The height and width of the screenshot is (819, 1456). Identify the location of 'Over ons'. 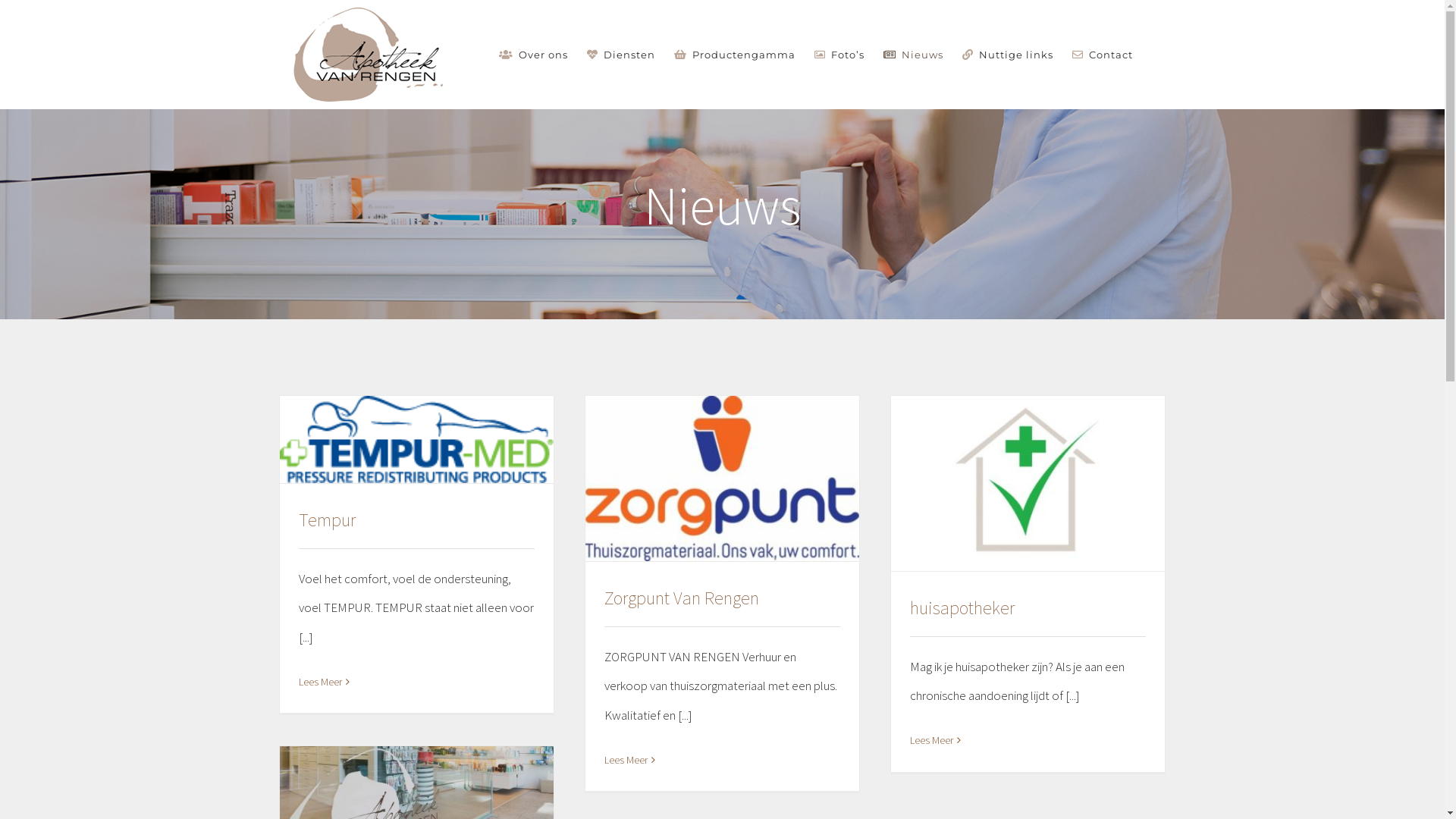
(533, 54).